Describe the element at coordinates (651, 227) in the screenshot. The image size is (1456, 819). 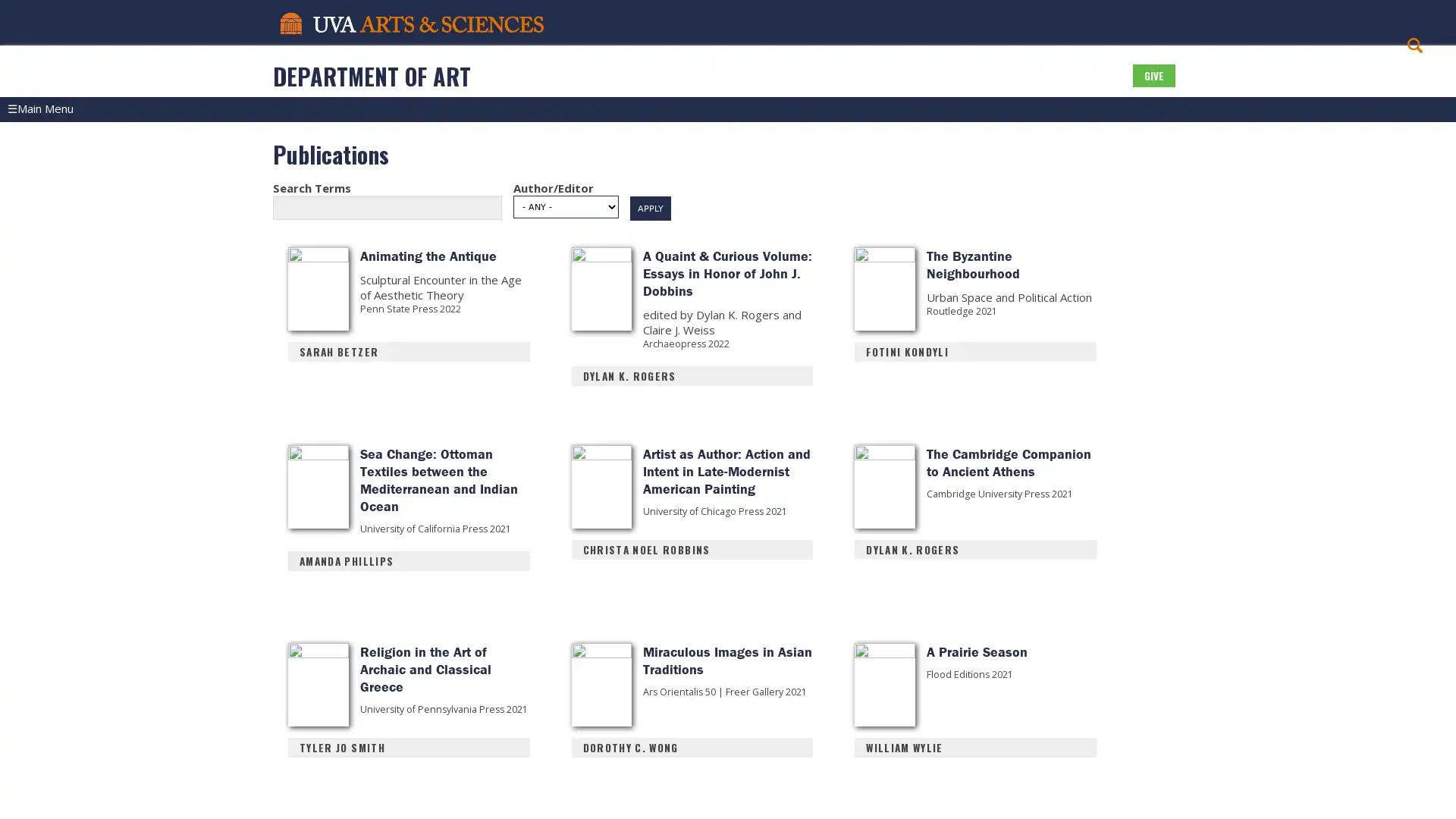
I see `Apply` at that location.